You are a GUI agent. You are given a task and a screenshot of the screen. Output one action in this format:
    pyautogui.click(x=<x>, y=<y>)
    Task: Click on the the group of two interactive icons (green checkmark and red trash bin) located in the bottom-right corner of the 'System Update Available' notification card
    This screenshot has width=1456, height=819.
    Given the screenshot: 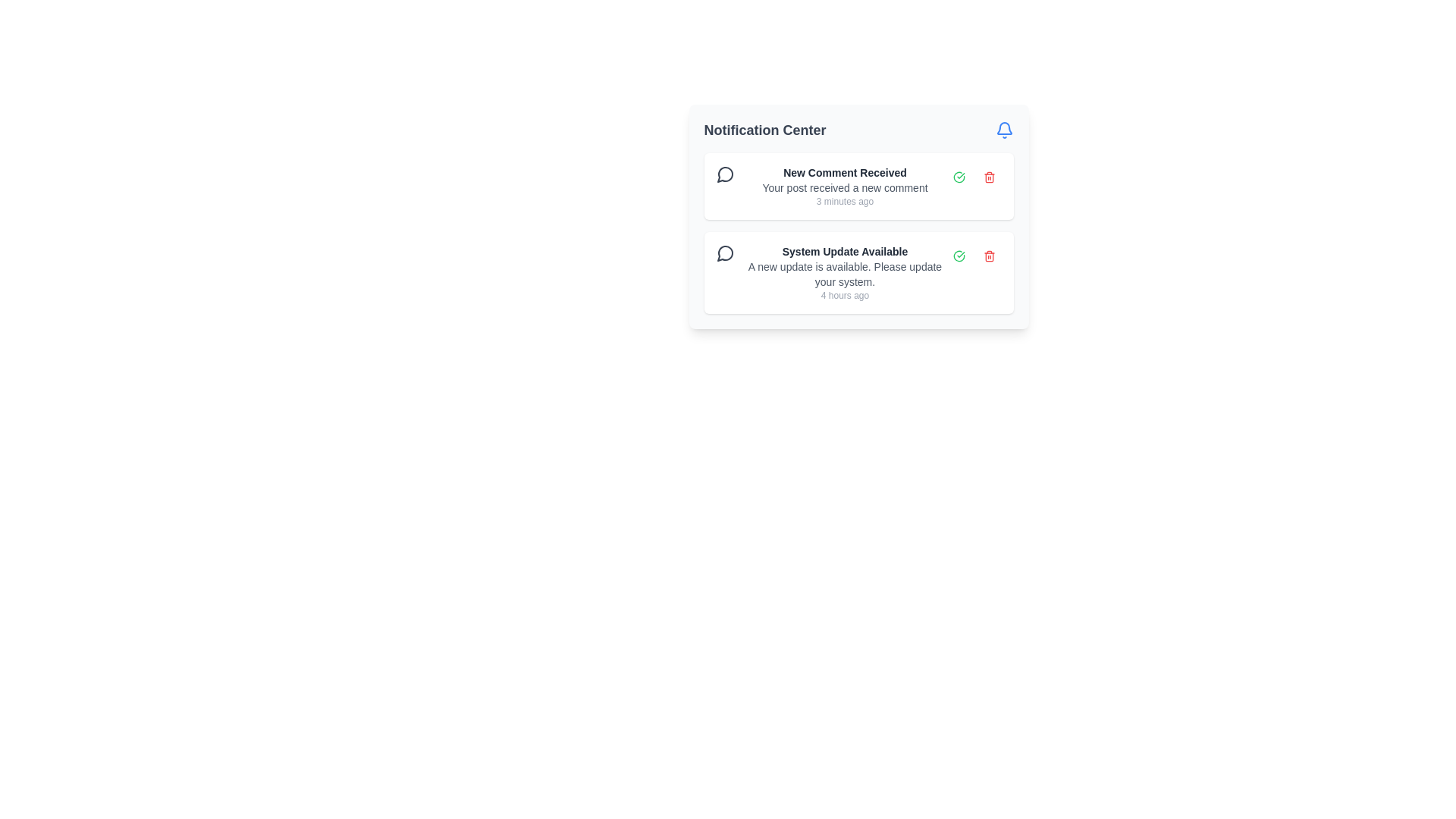 What is the action you would take?
    pyautogui.click(x=974, y=256)
    